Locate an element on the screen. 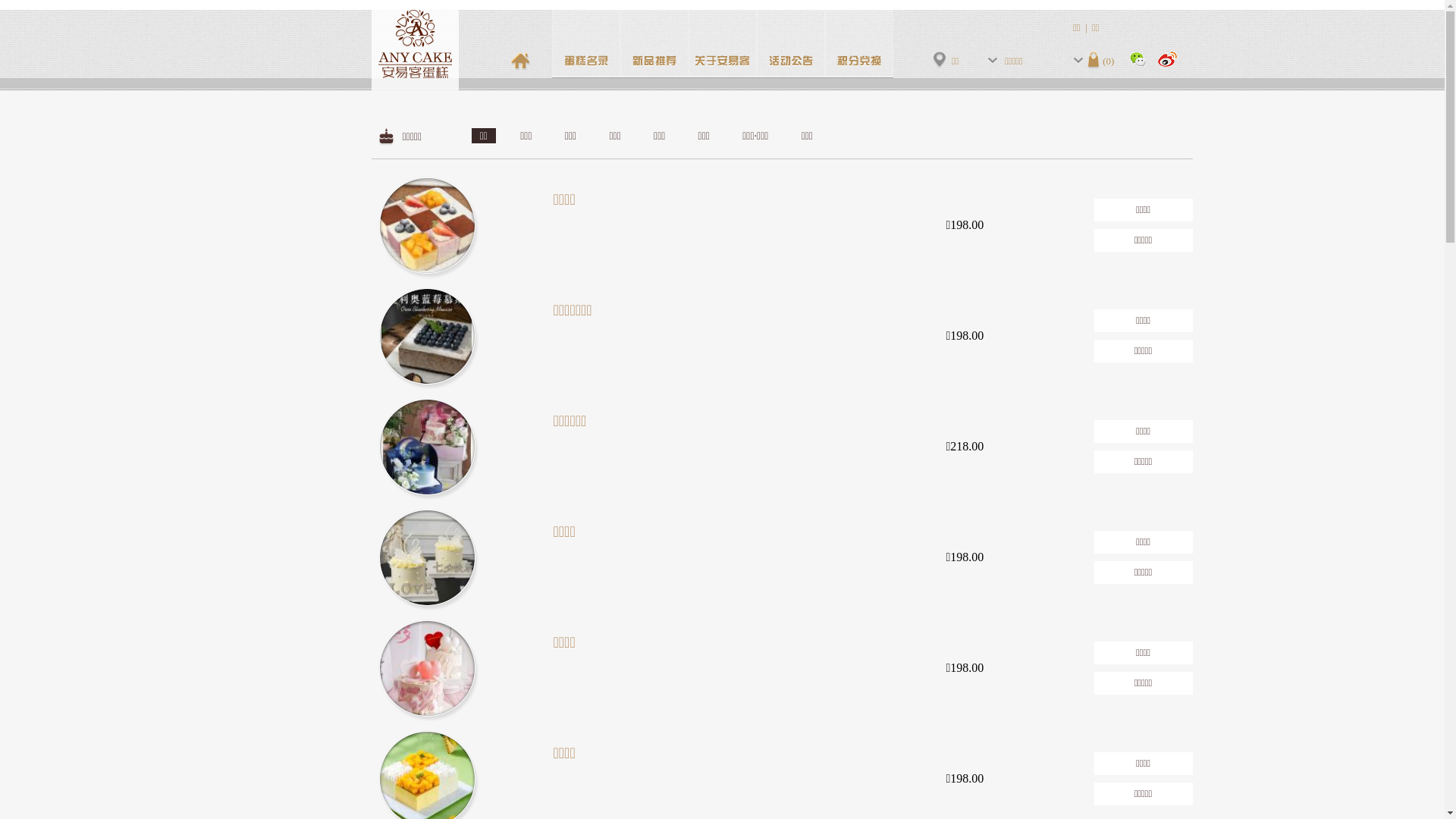 Image resolution: width=1456 pixels, height=819 pixels. '(0)' is located at coordinates (1100, 59).